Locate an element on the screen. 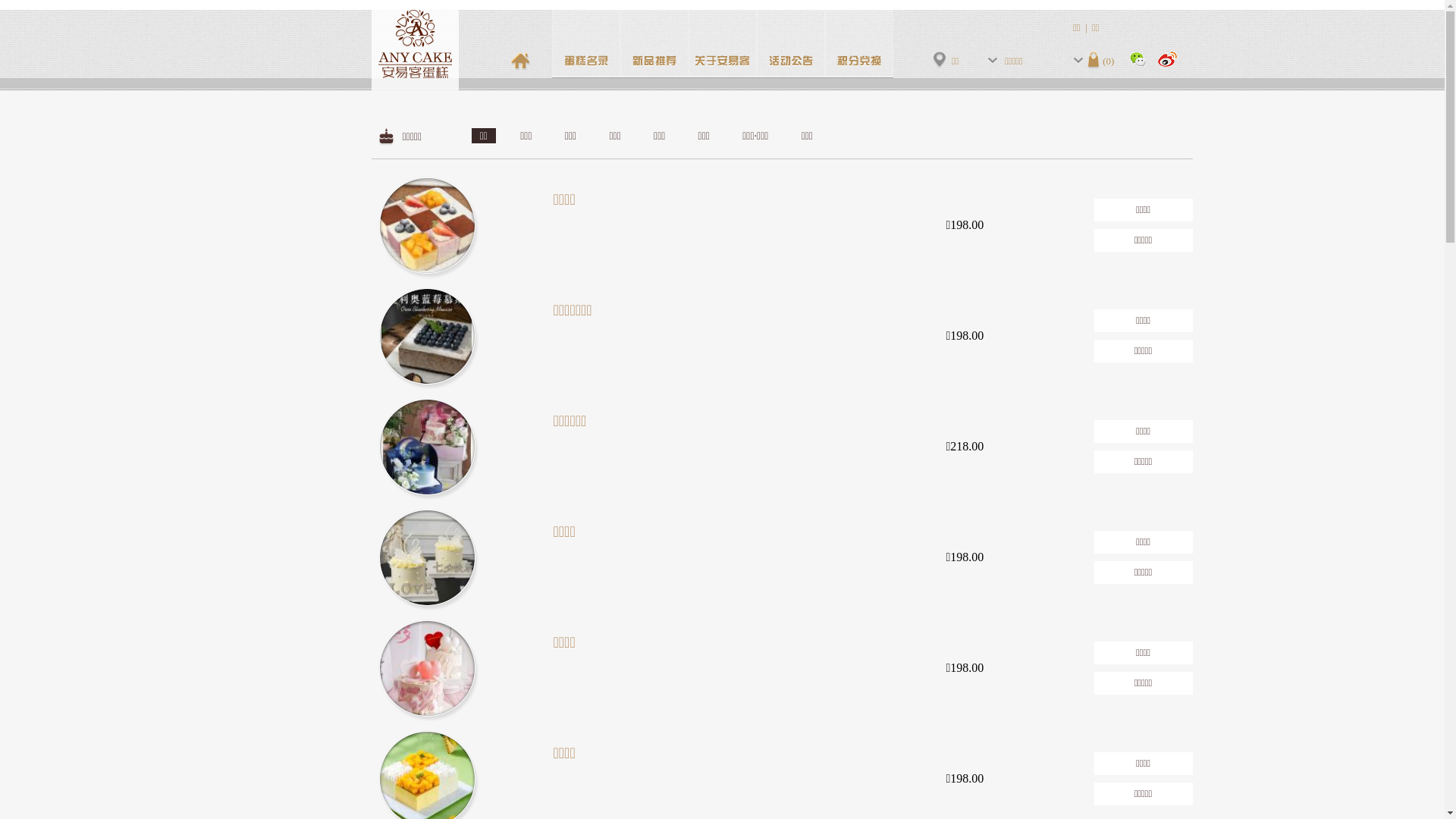 Image resolution: width=1456 pixels, height=819 pixels. '(0)' is located at coordinates (1100, 59).